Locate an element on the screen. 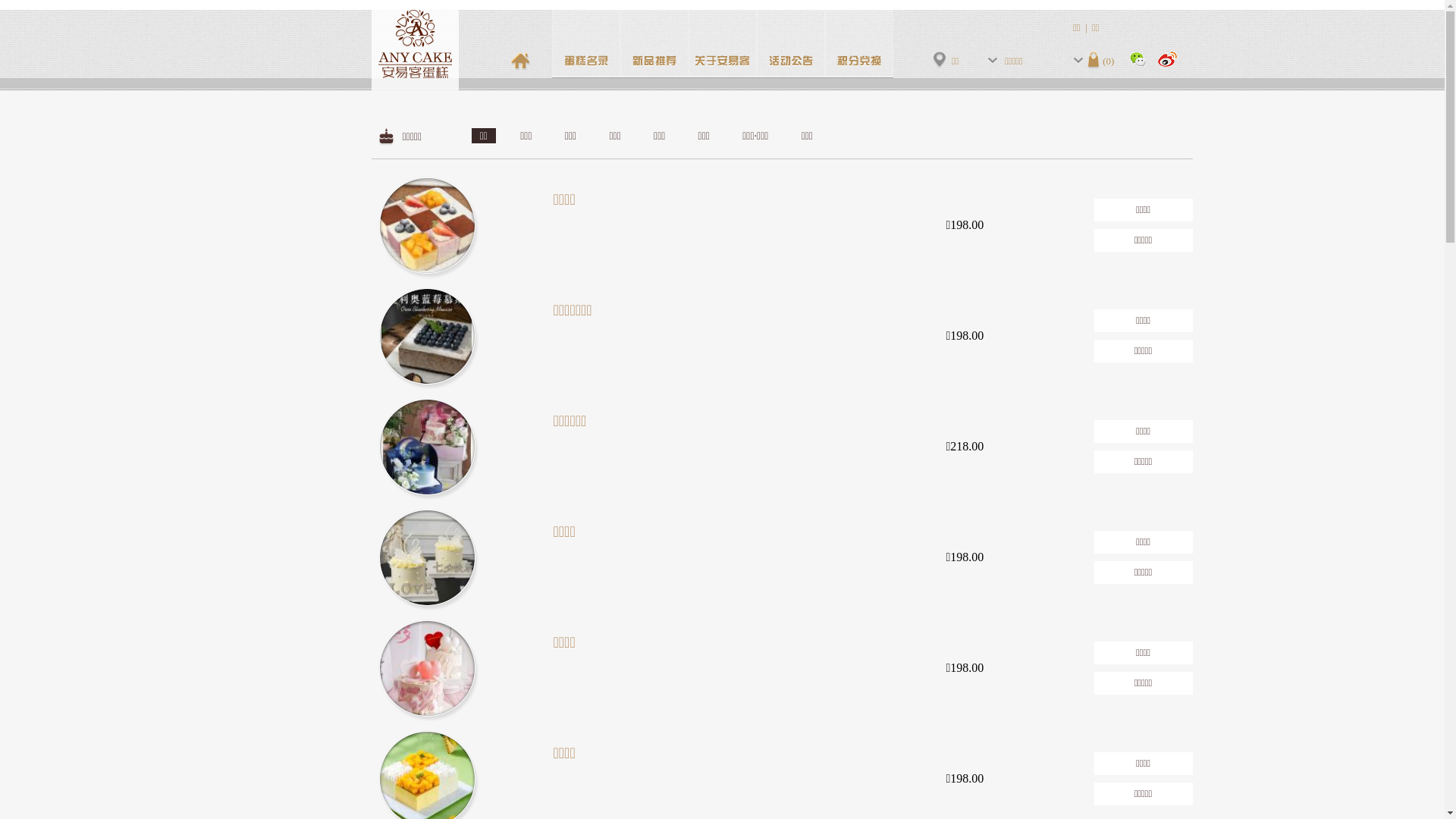 Image resolution: width=1456 pixels, height=819 pixels. '(0)' is located at coordinates (1100, 59).